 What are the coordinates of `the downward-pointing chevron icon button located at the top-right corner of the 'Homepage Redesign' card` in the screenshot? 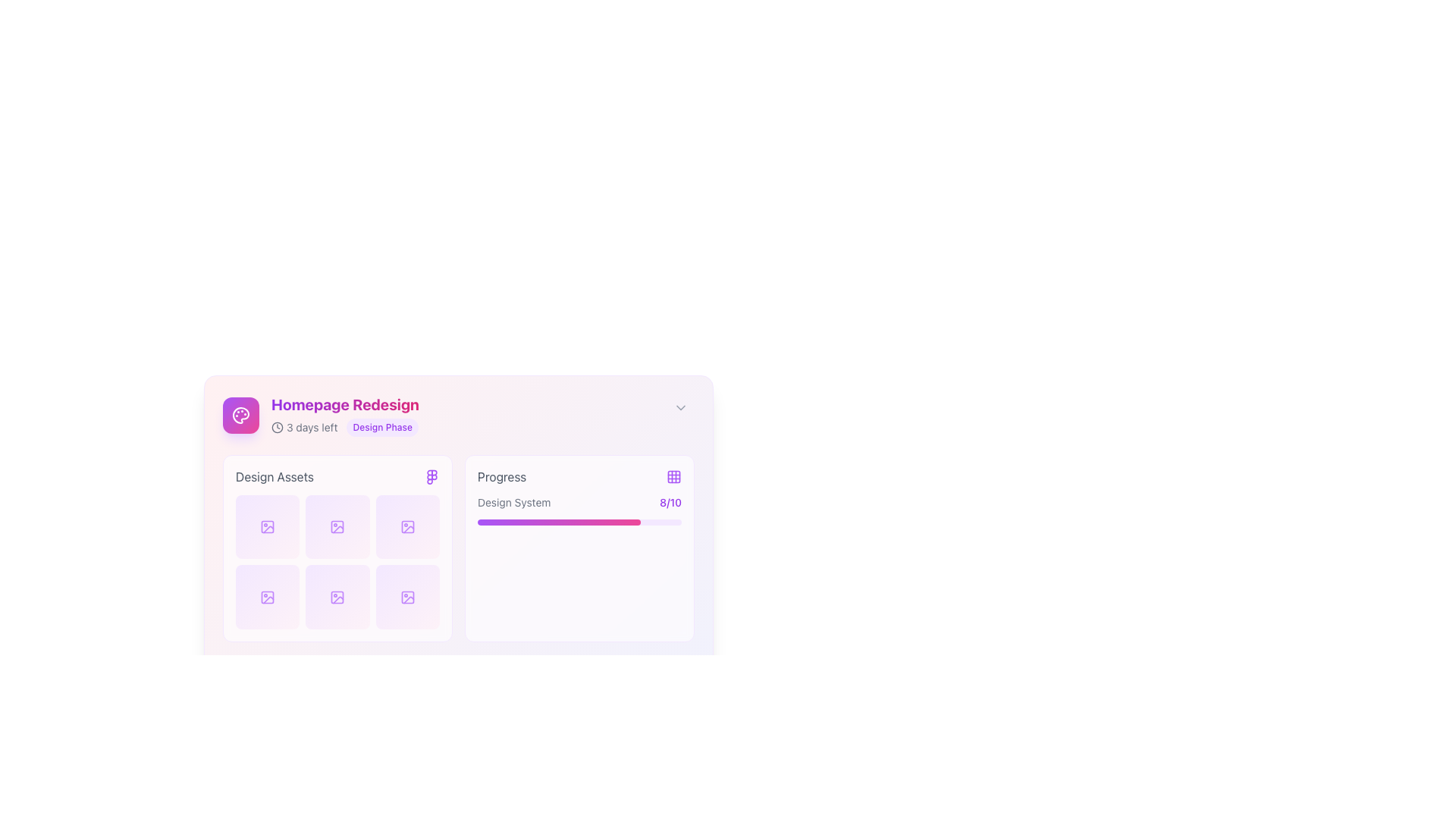 It's located at (679, 406).